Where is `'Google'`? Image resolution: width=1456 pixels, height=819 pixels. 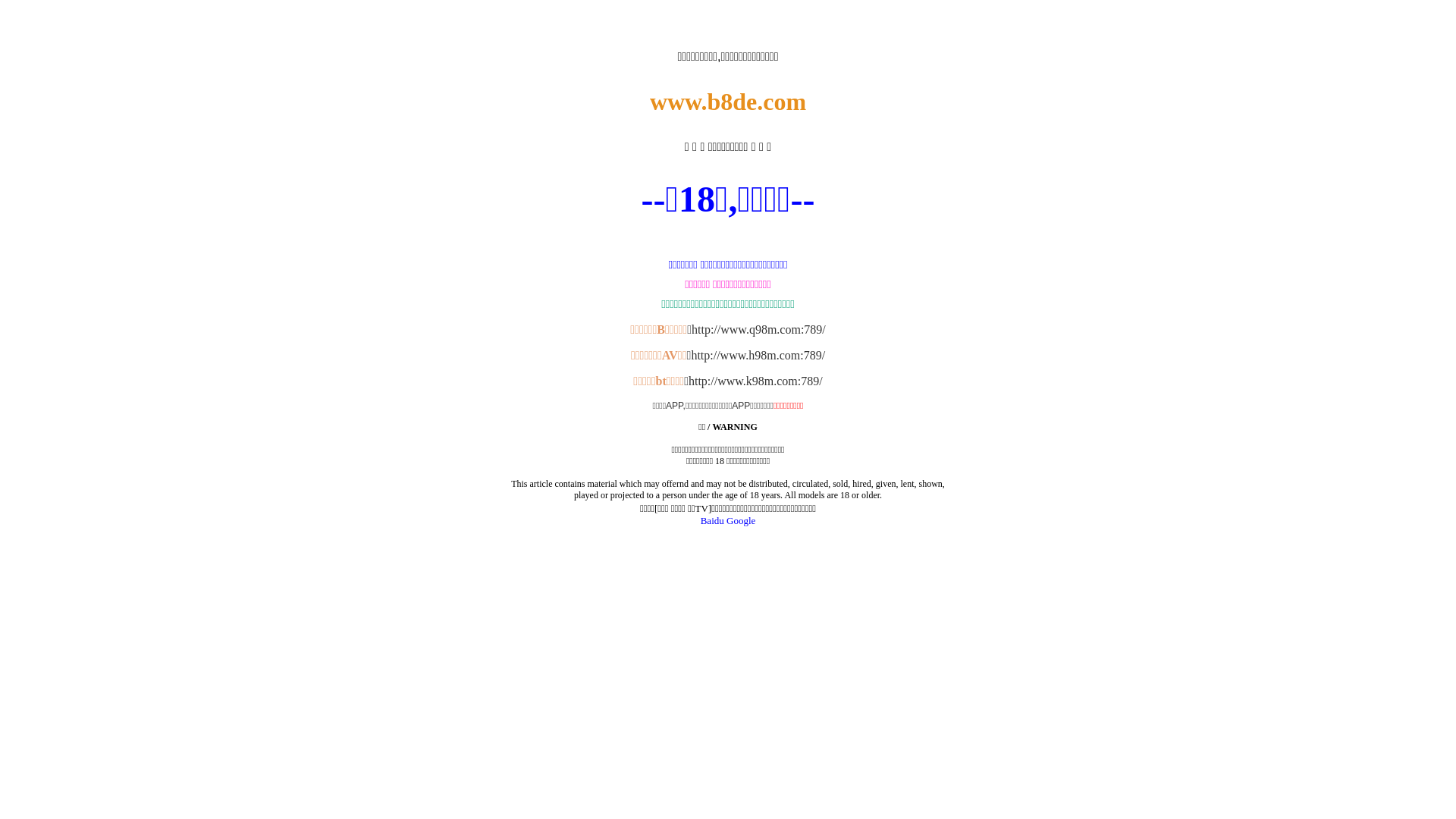 'Google' is located at coordinates (741, 519).